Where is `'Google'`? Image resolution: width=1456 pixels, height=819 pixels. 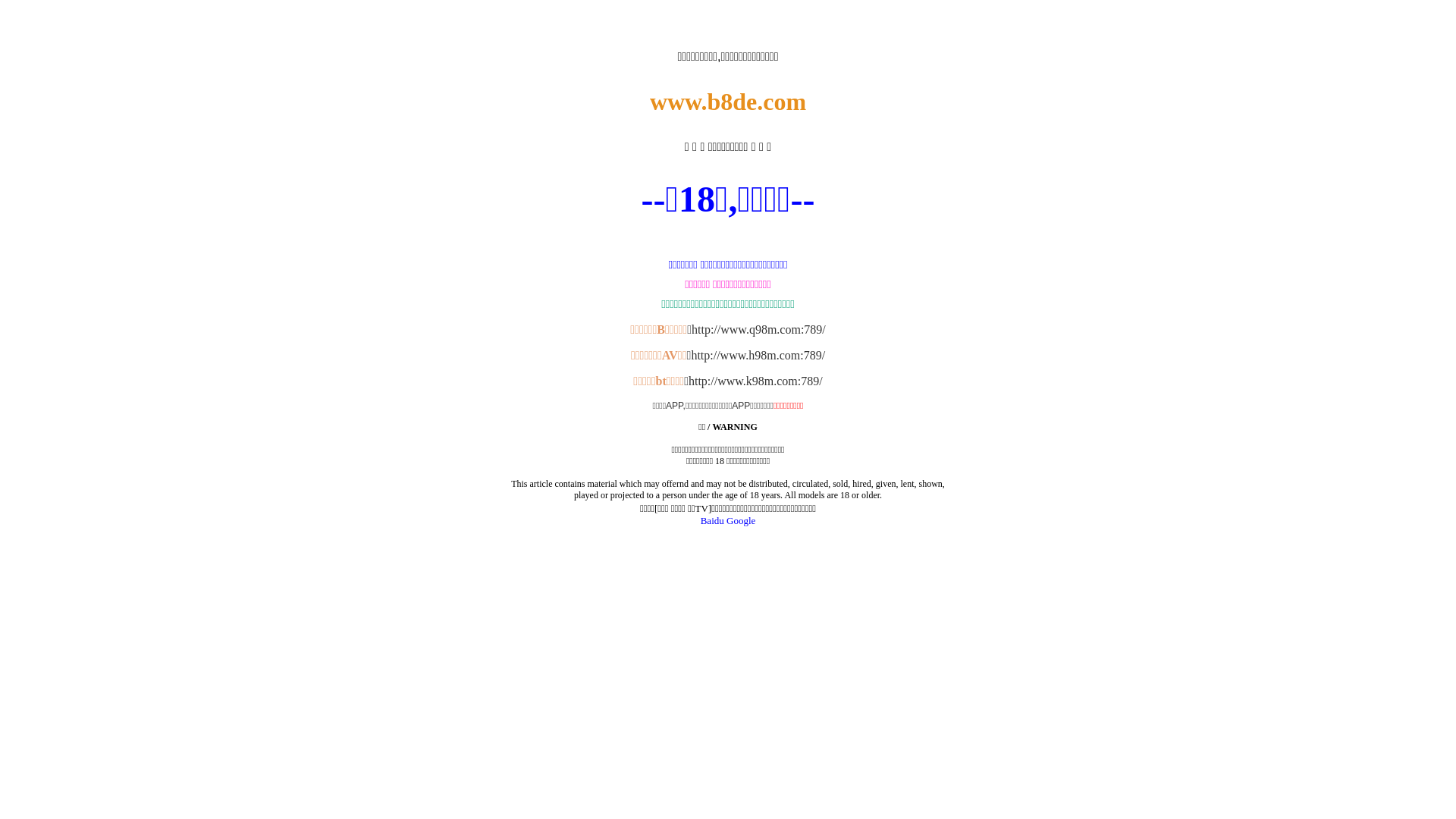 'Google' is located at coordinates (741, 519).